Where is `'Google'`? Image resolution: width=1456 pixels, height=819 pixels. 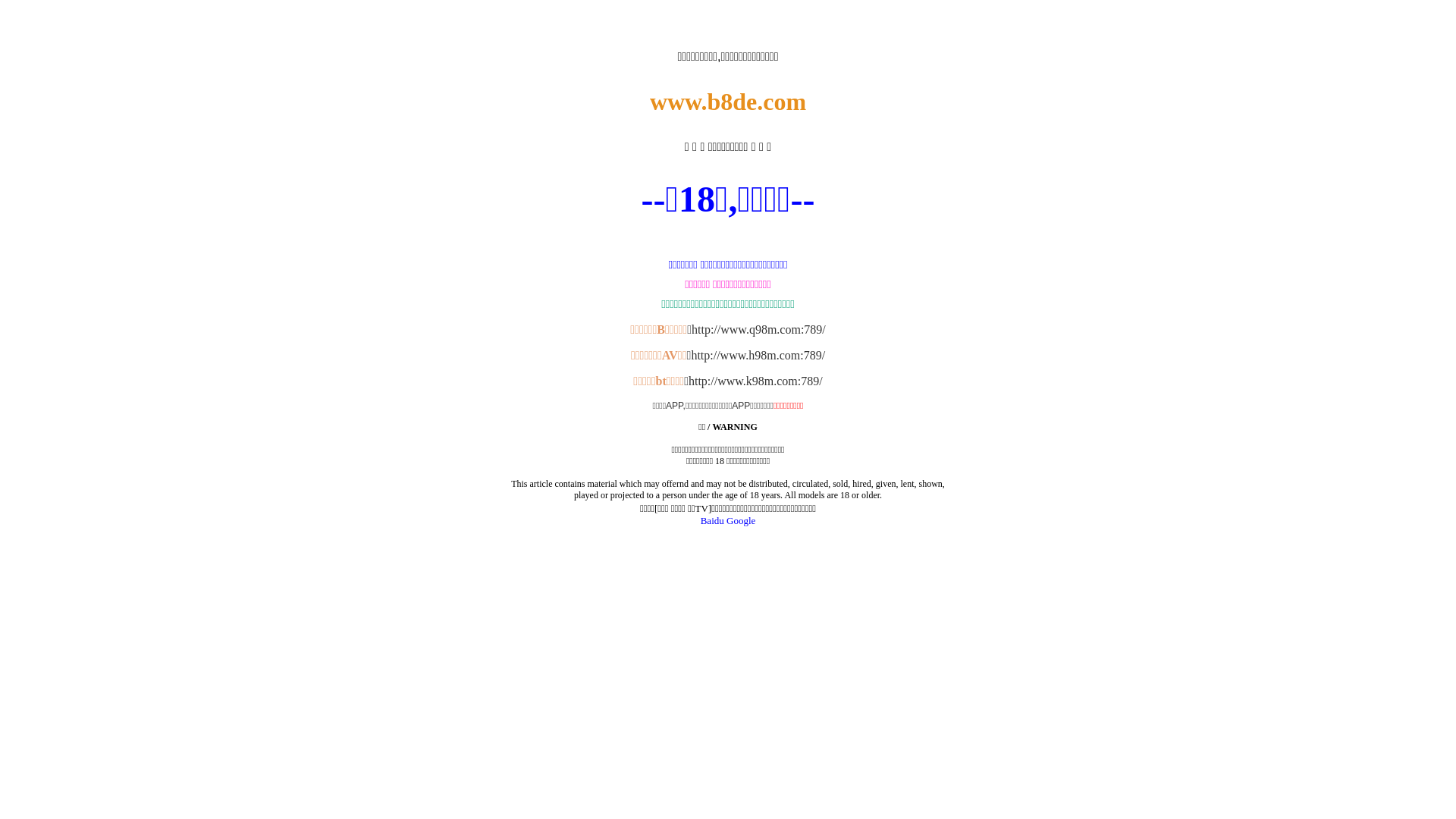 'Google' is located at coordinates (741, 519).